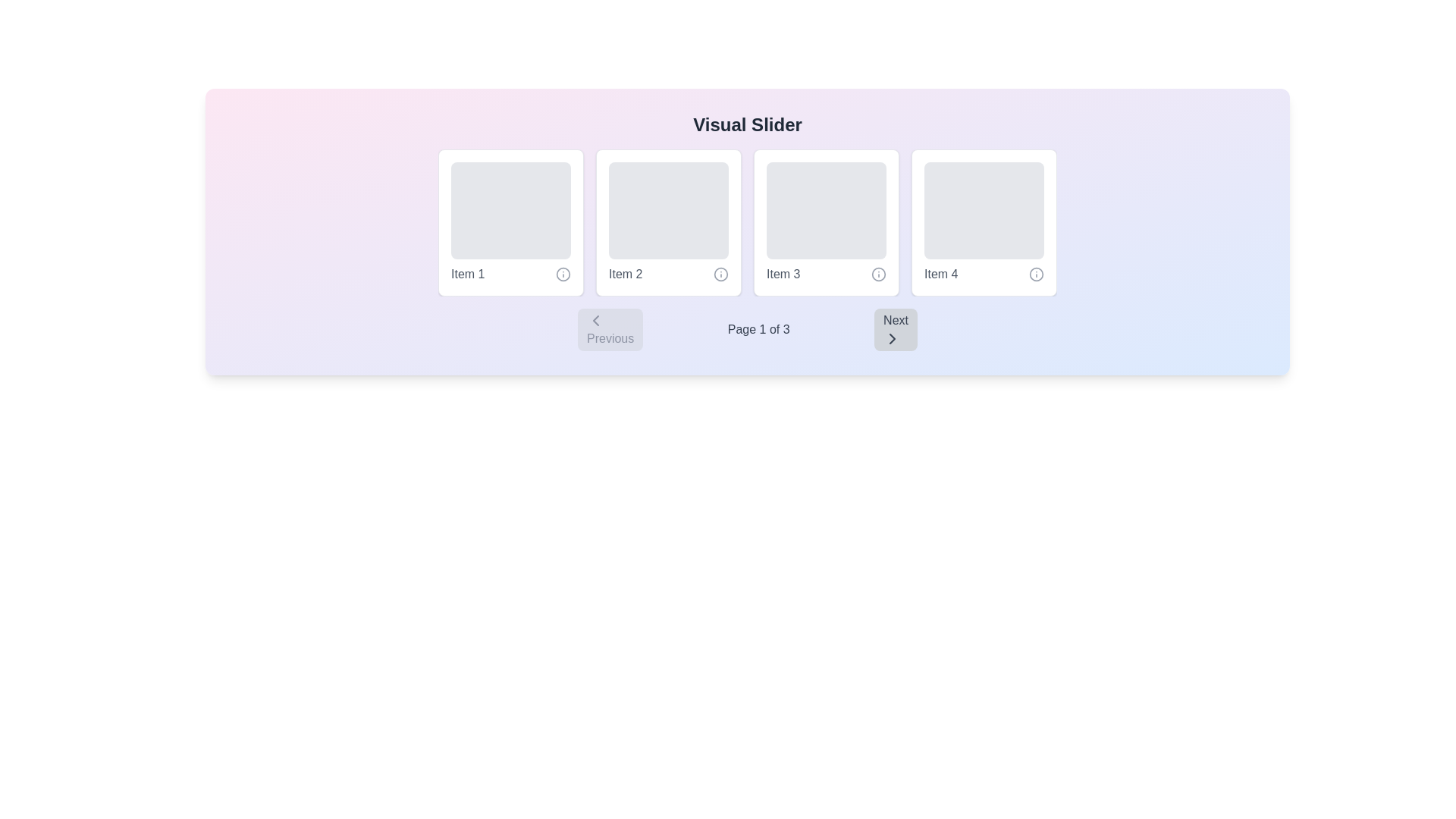 The width and height of the screenshot is (1456, 819). Describe the element at coordinates (783, 275) in the screenshot. I see `the text label that reads 'Item 3', styled in gray color, located within the third card beneath an image placeholder` at that location.